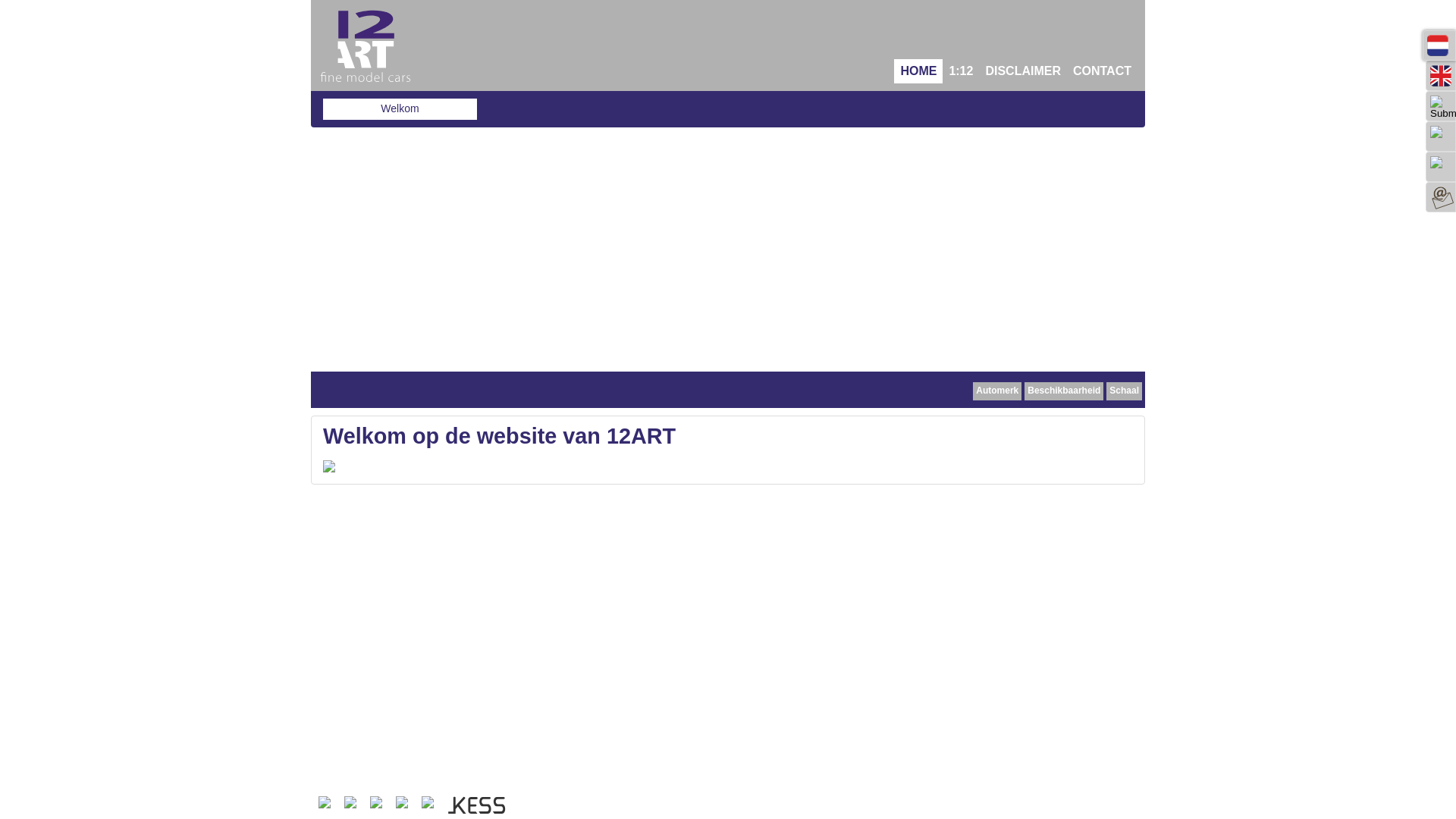 The height and width of the screenshot is (819, 1456). What do you see at coordinates (997, 391) in the screenshot?
I see `'Automerk'` at bounding box center [997, 391].